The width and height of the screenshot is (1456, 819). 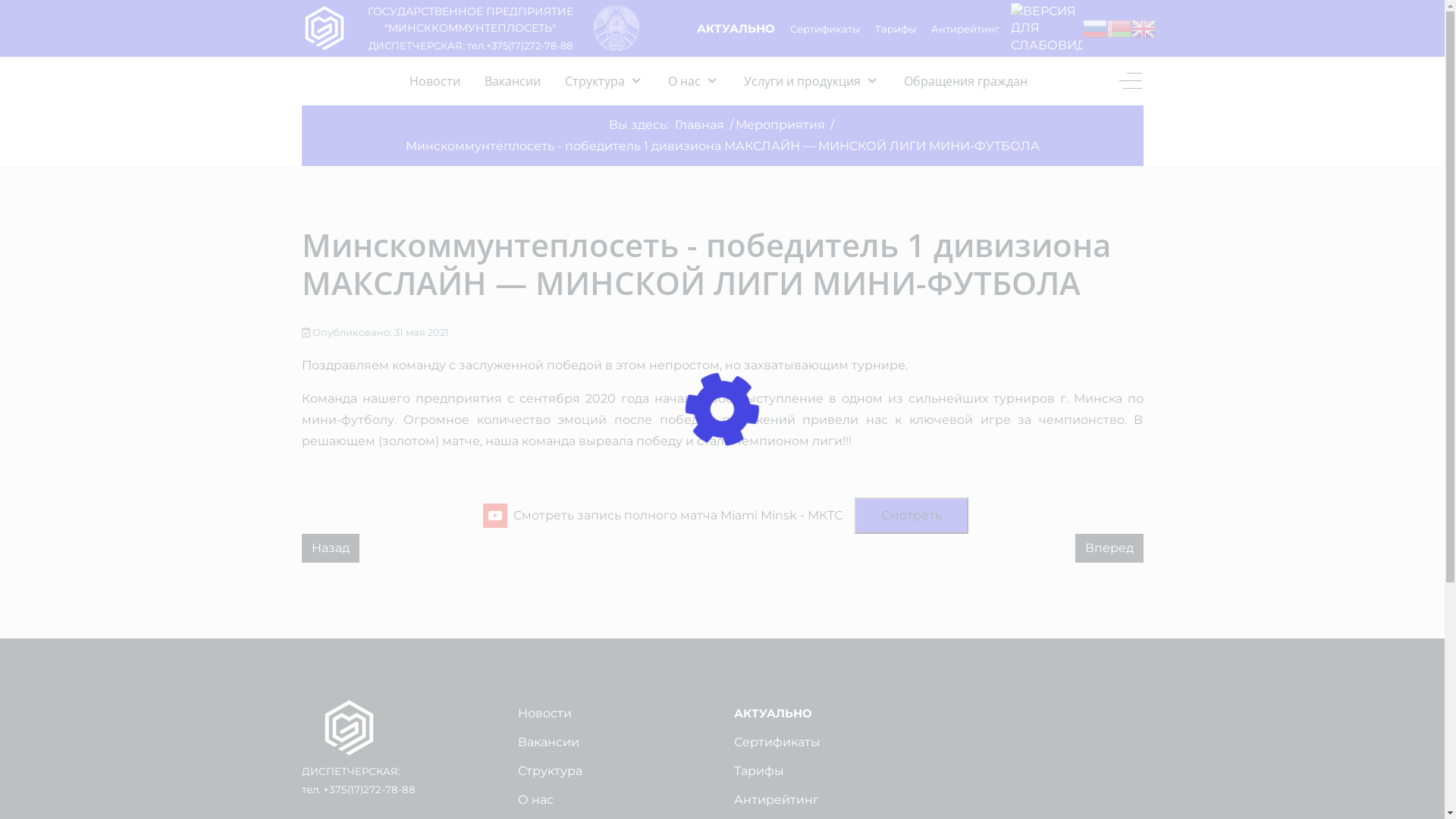 I want to click on 'English', so click(x=1143, y=27).